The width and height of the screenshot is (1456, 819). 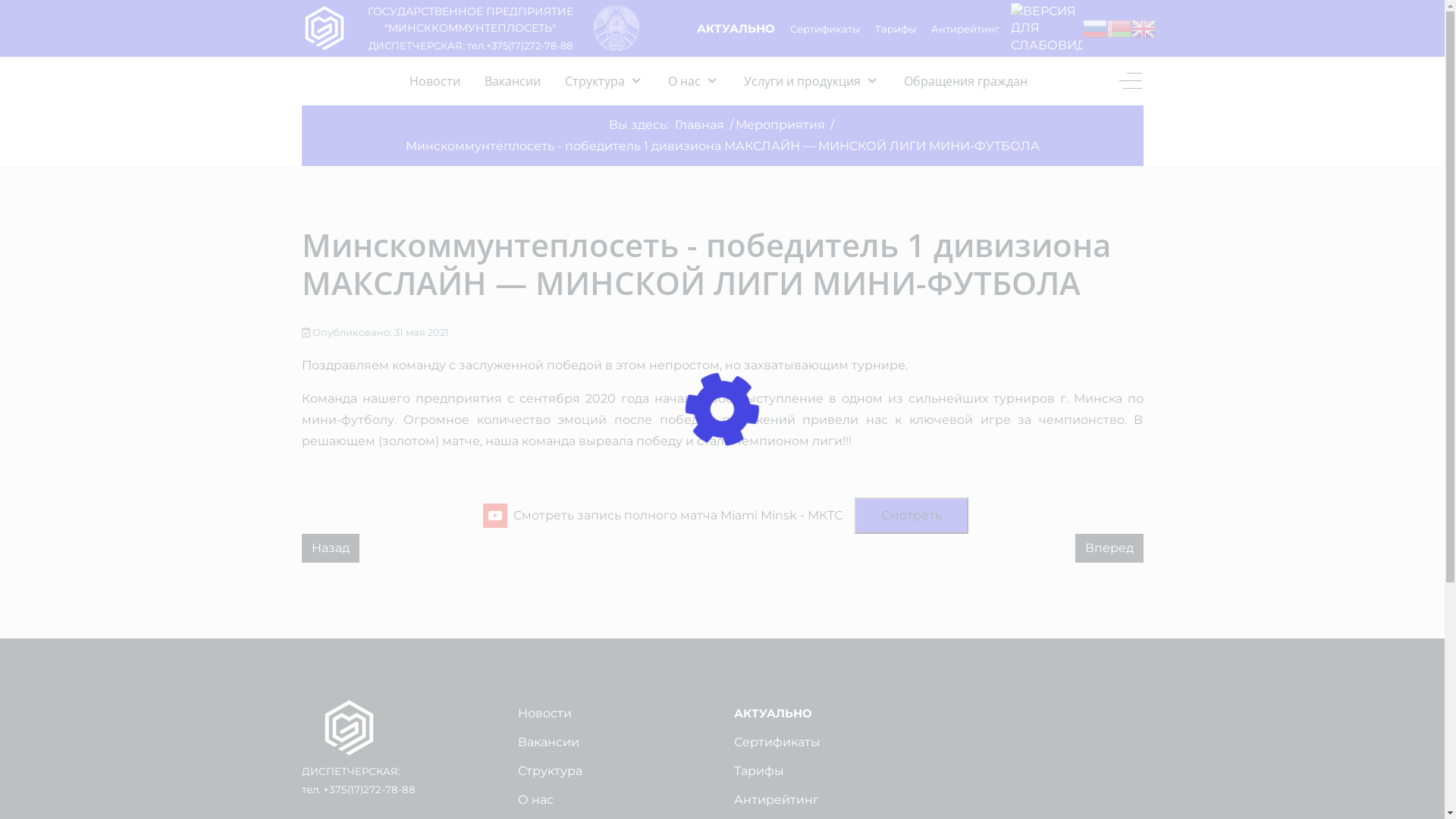 I want to click on 'English', so click(x=1143, y=27).